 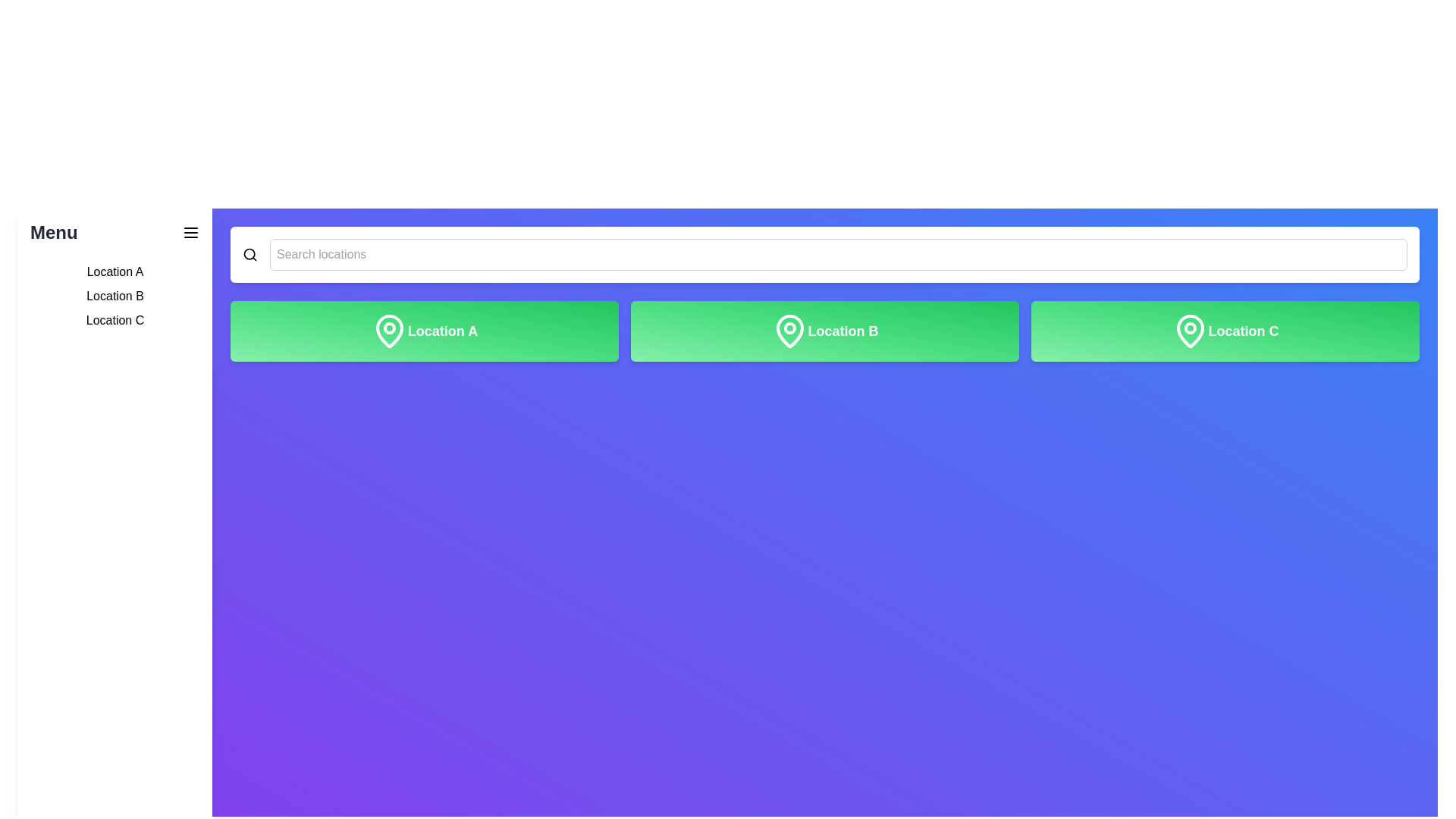 What do you see at coordinates (54, 233) in the screenshot?
I see `the static text label displaying 'Menu' in bold, large dark gray font located in the upper left panel of the interface` at bounding box center [54, 233].